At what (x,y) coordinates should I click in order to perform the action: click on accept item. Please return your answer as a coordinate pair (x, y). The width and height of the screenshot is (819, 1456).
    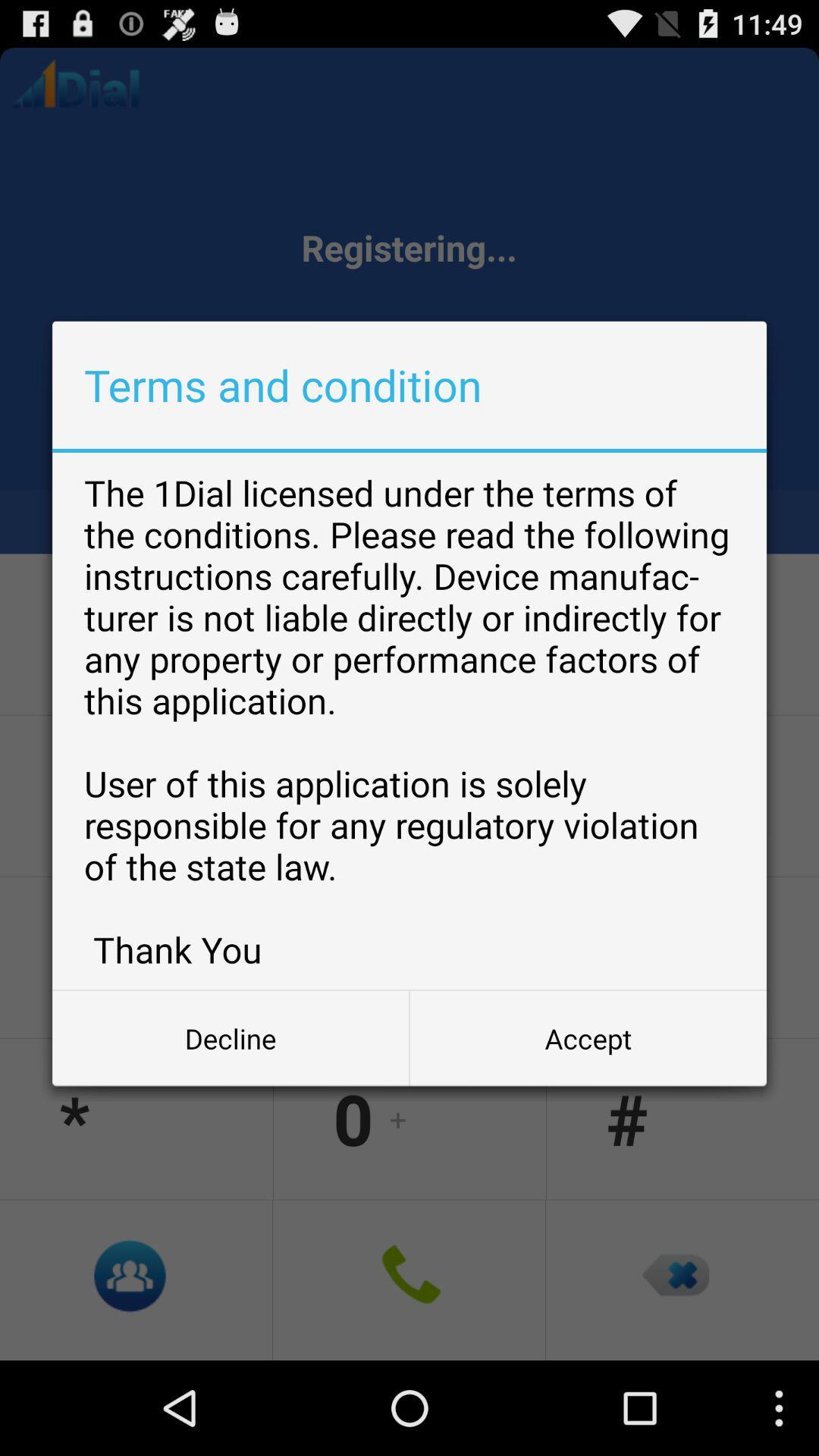
    Looking at the image, I should click on (587, 1037).